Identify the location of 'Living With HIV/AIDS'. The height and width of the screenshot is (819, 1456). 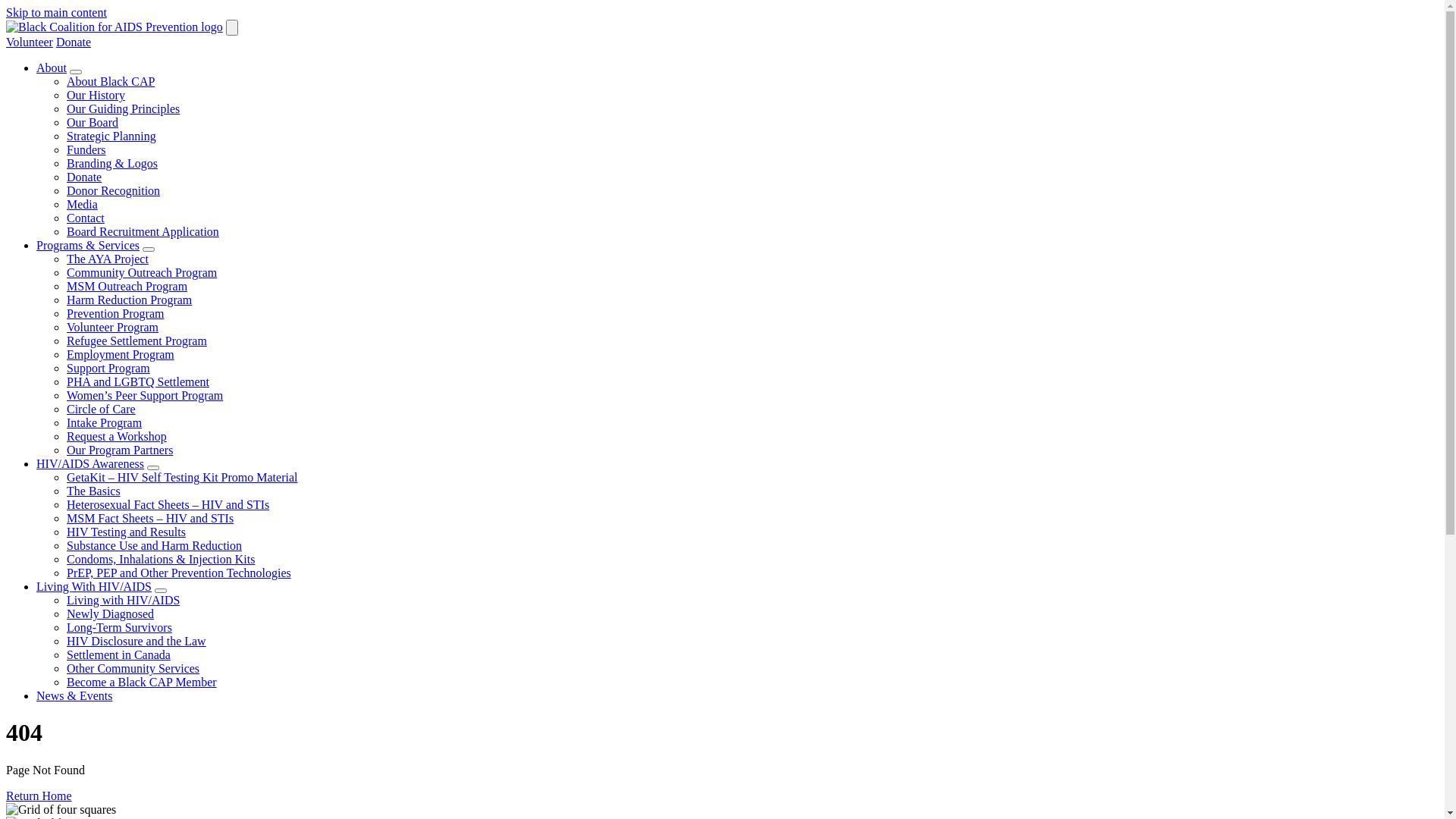
(93, 585).